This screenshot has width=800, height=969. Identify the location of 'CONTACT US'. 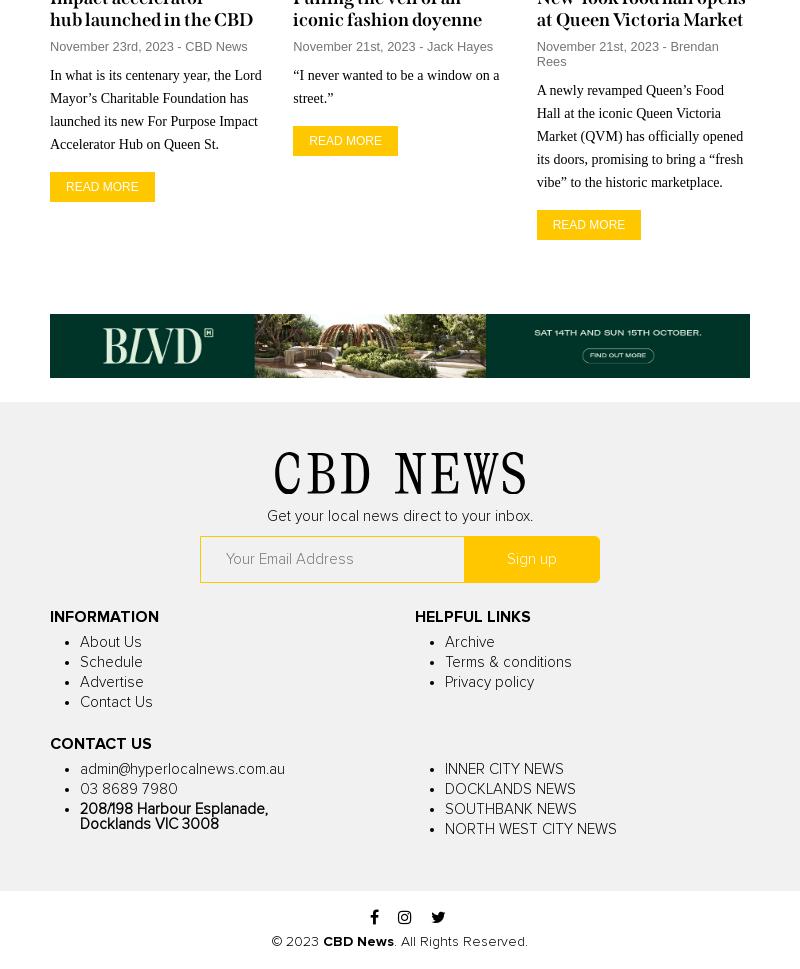
(100, 743).